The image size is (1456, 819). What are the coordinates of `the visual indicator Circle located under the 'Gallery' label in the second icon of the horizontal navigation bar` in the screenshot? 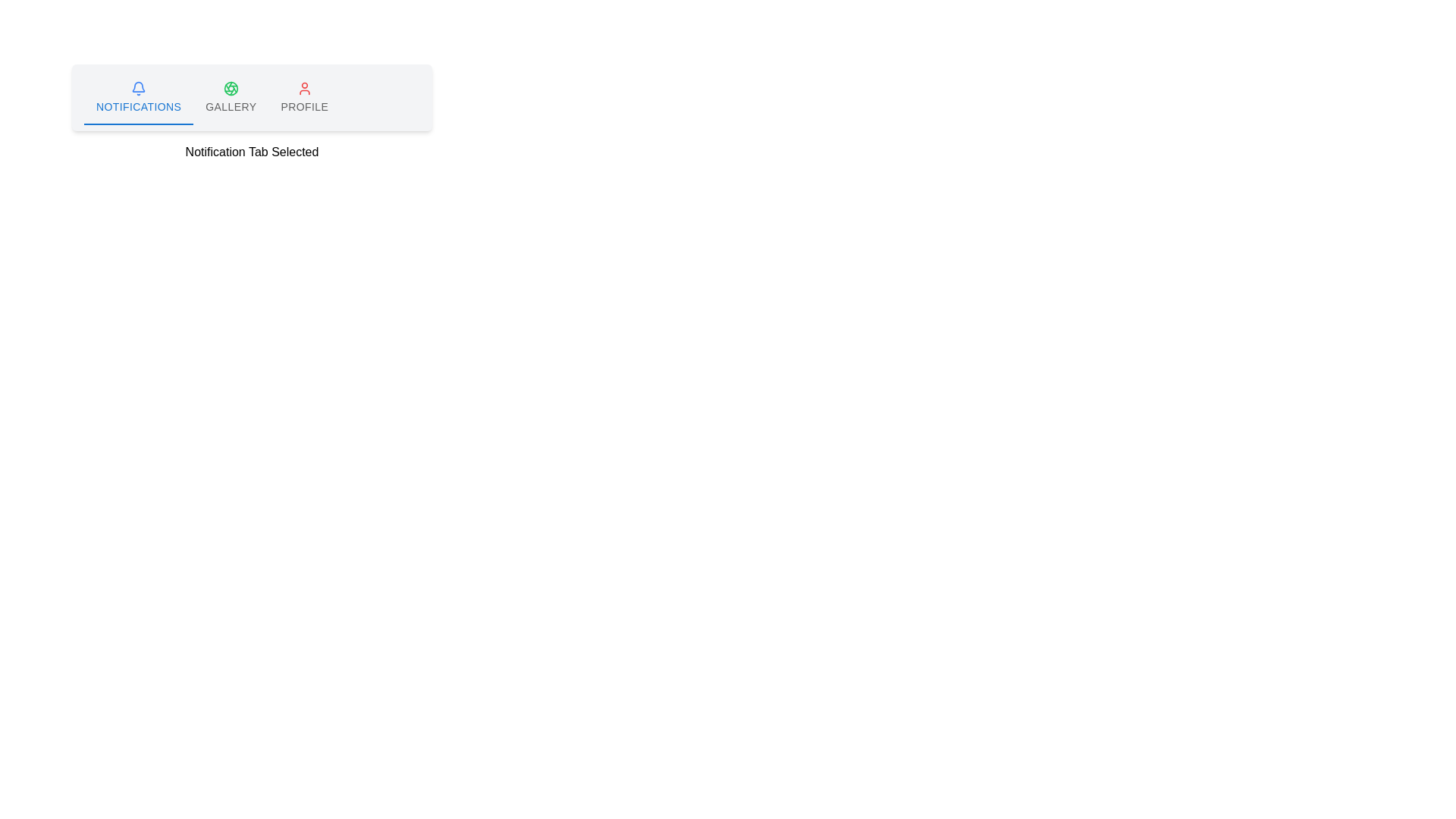 It's located at (230, 89).